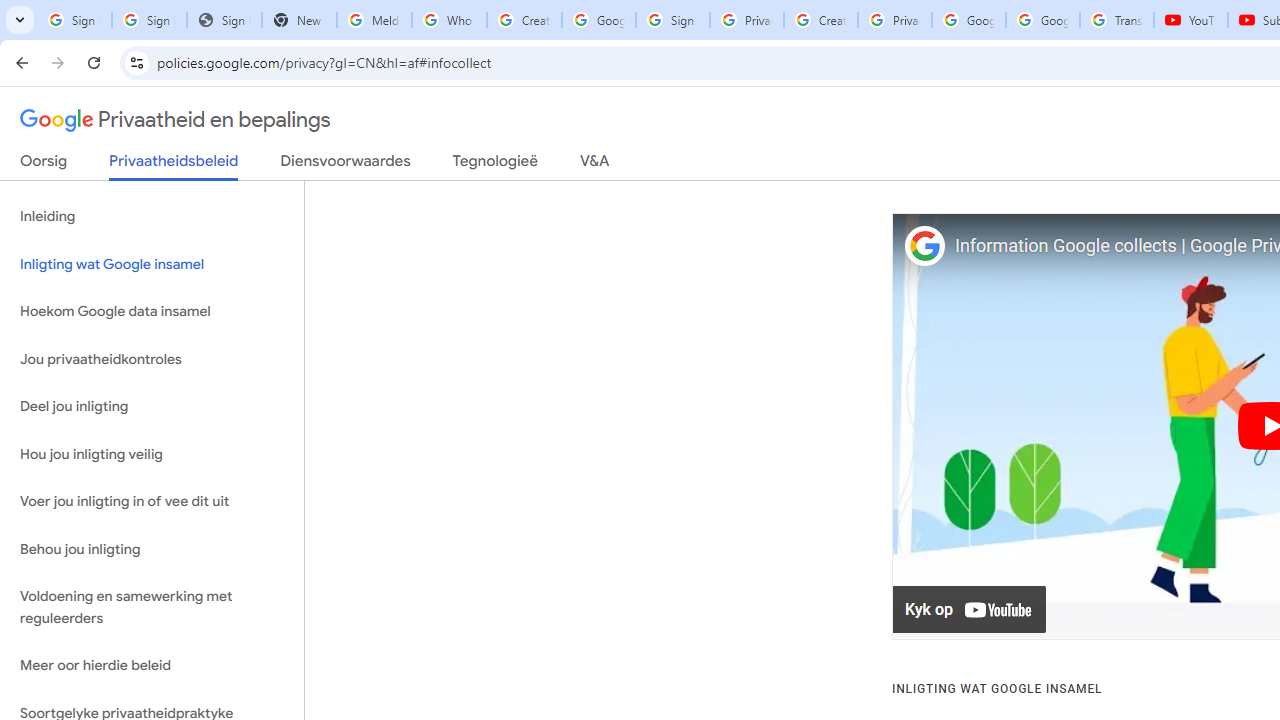 Image resolution: width=1280 pixels, height=720 pixels. Describe the element at coordinates (151, 406) in the screenshot. I see `'Deel jou inligting'` at that location.